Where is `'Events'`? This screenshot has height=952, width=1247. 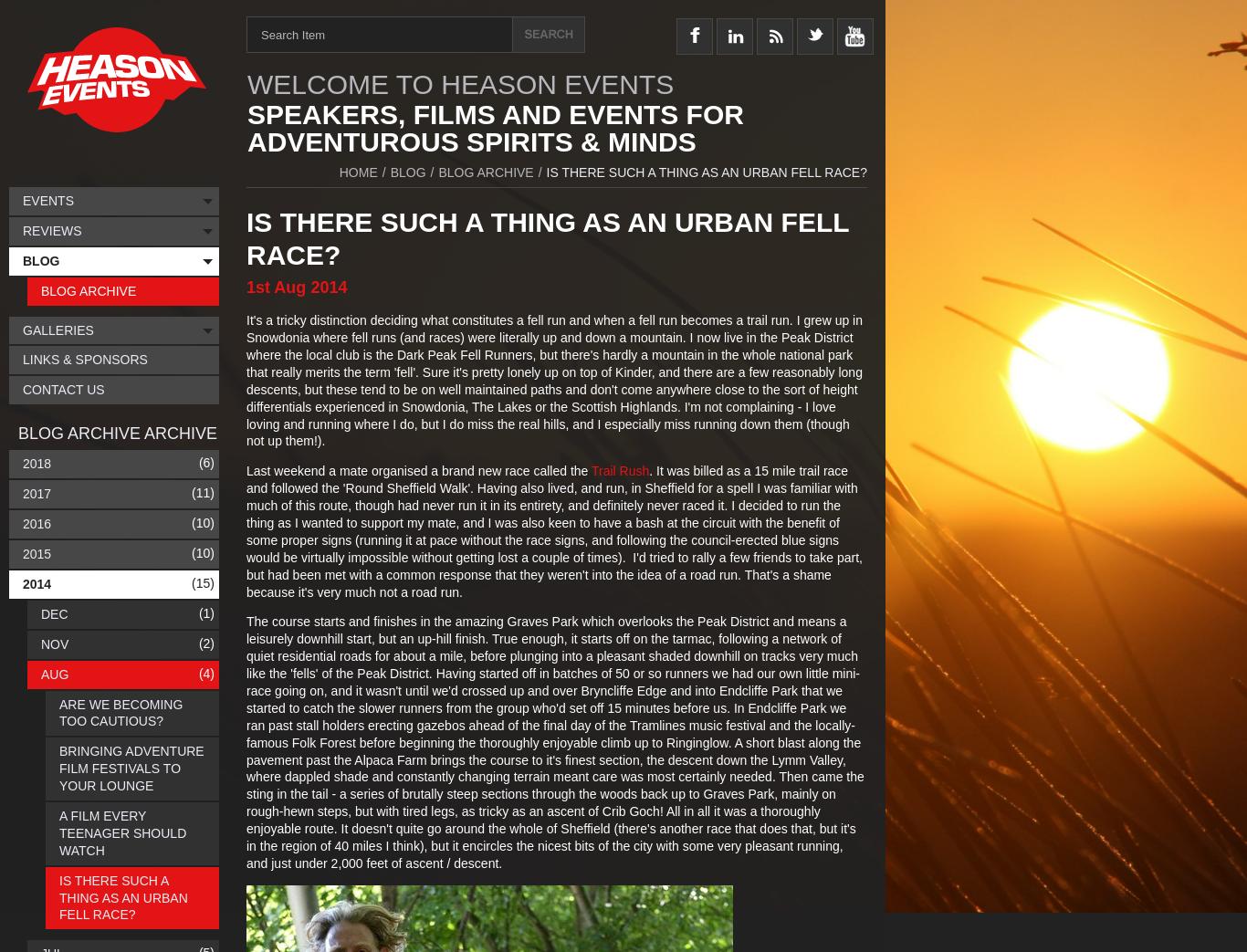 'Events' is located at coordinates (48, 199).